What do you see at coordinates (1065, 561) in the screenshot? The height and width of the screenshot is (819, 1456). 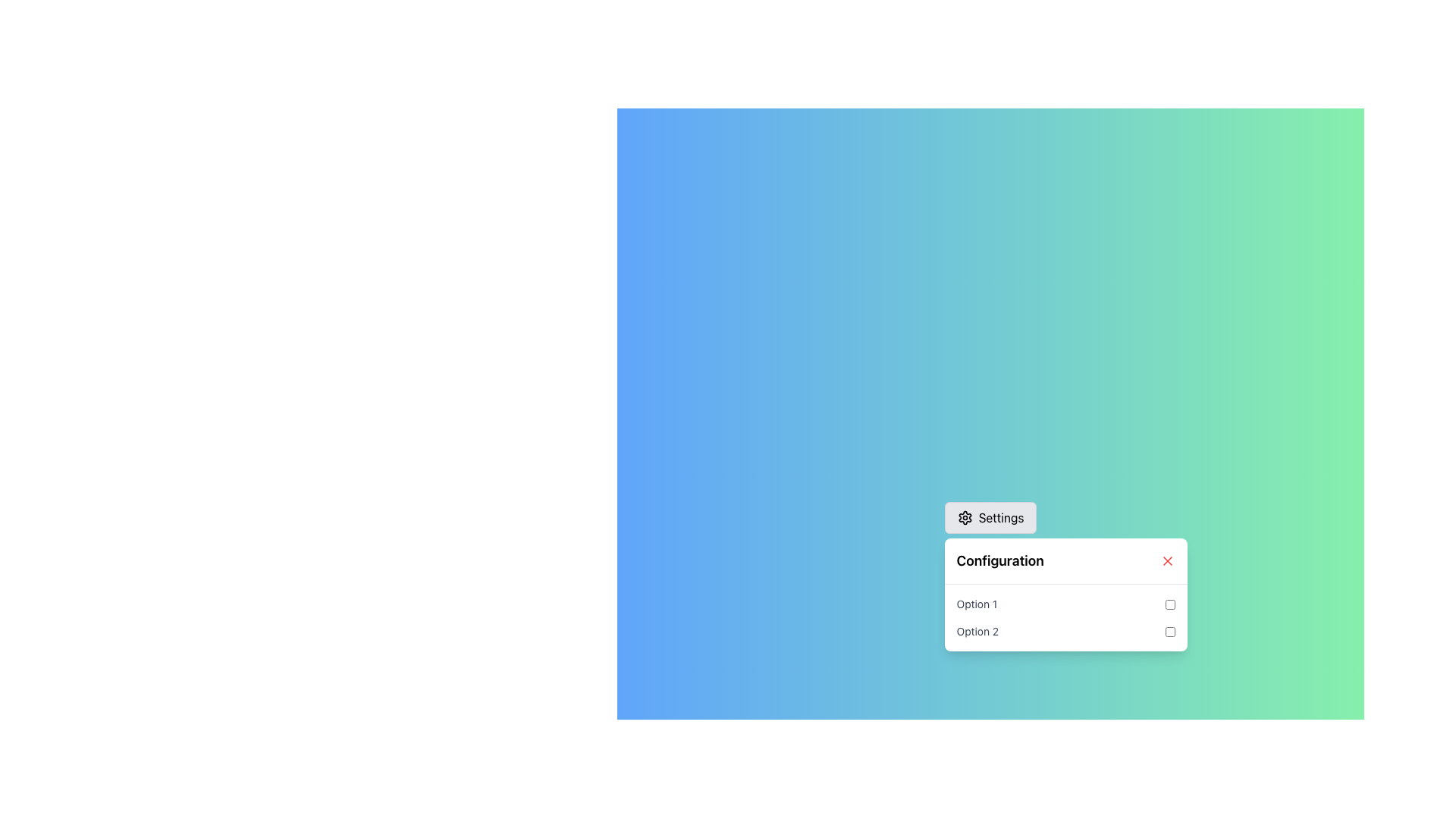 I see `the 'Configuration' header section within the dropdown menu that includes a closing button represented by a red 'X' icon` at bounding box center [1065, 561].